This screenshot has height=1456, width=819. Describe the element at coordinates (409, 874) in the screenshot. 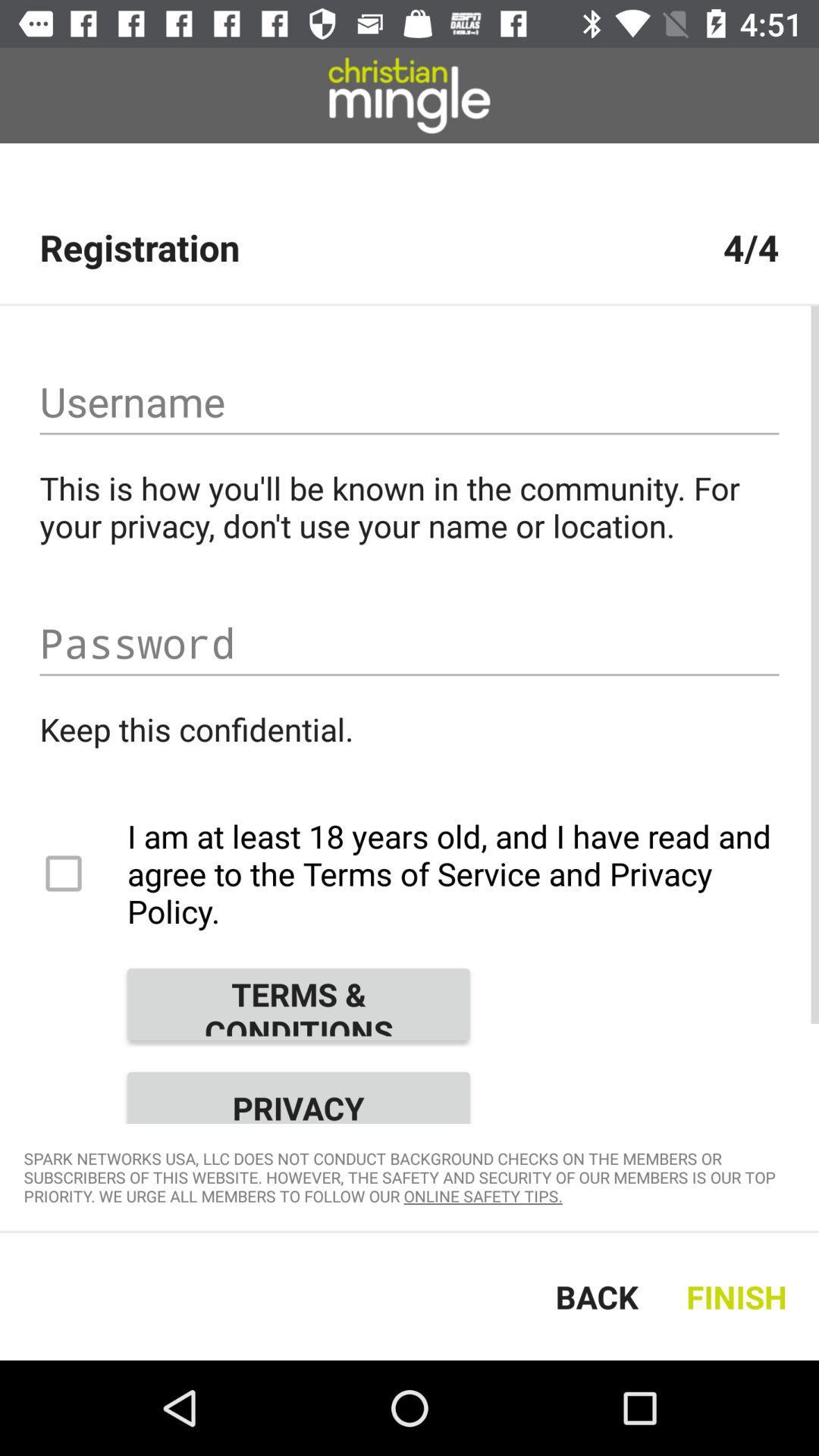

I see `the item below keep this confidential.` at that location.